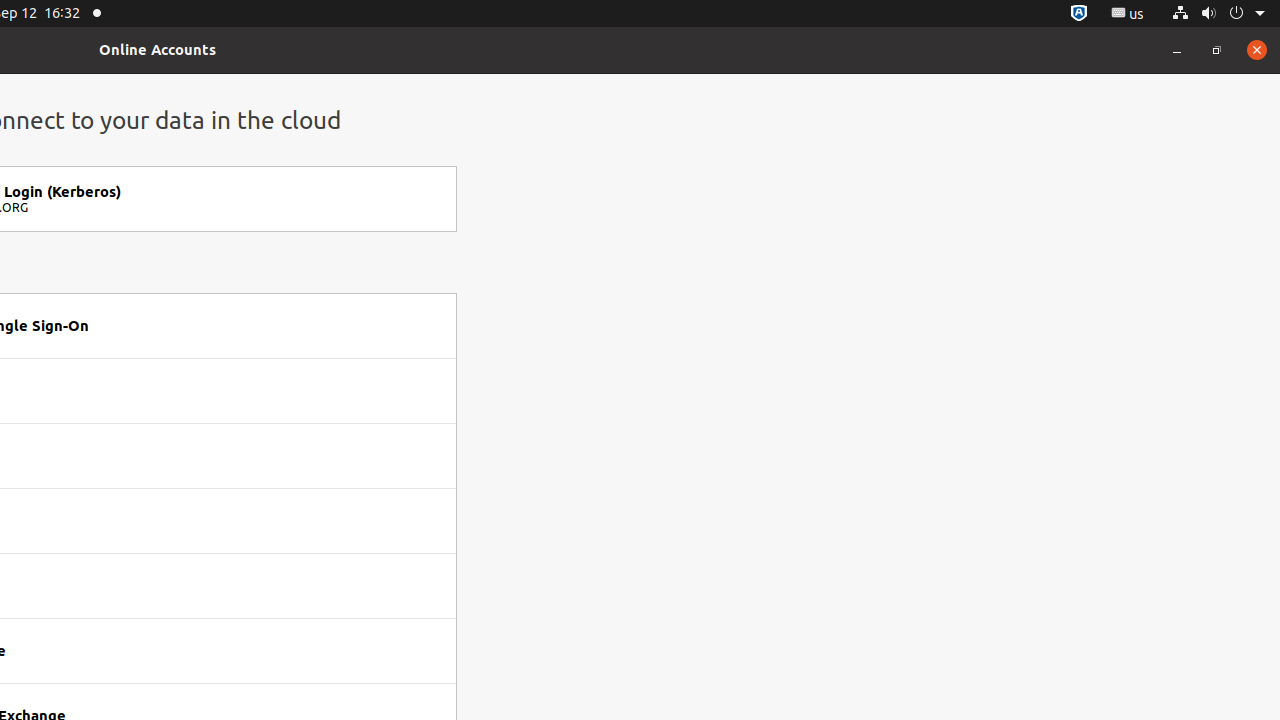 This screenshot has height=720, width=1280. Describe the element at coordinates (156, 48) in the screenshot. I see `'Online Accounts'` at that location.